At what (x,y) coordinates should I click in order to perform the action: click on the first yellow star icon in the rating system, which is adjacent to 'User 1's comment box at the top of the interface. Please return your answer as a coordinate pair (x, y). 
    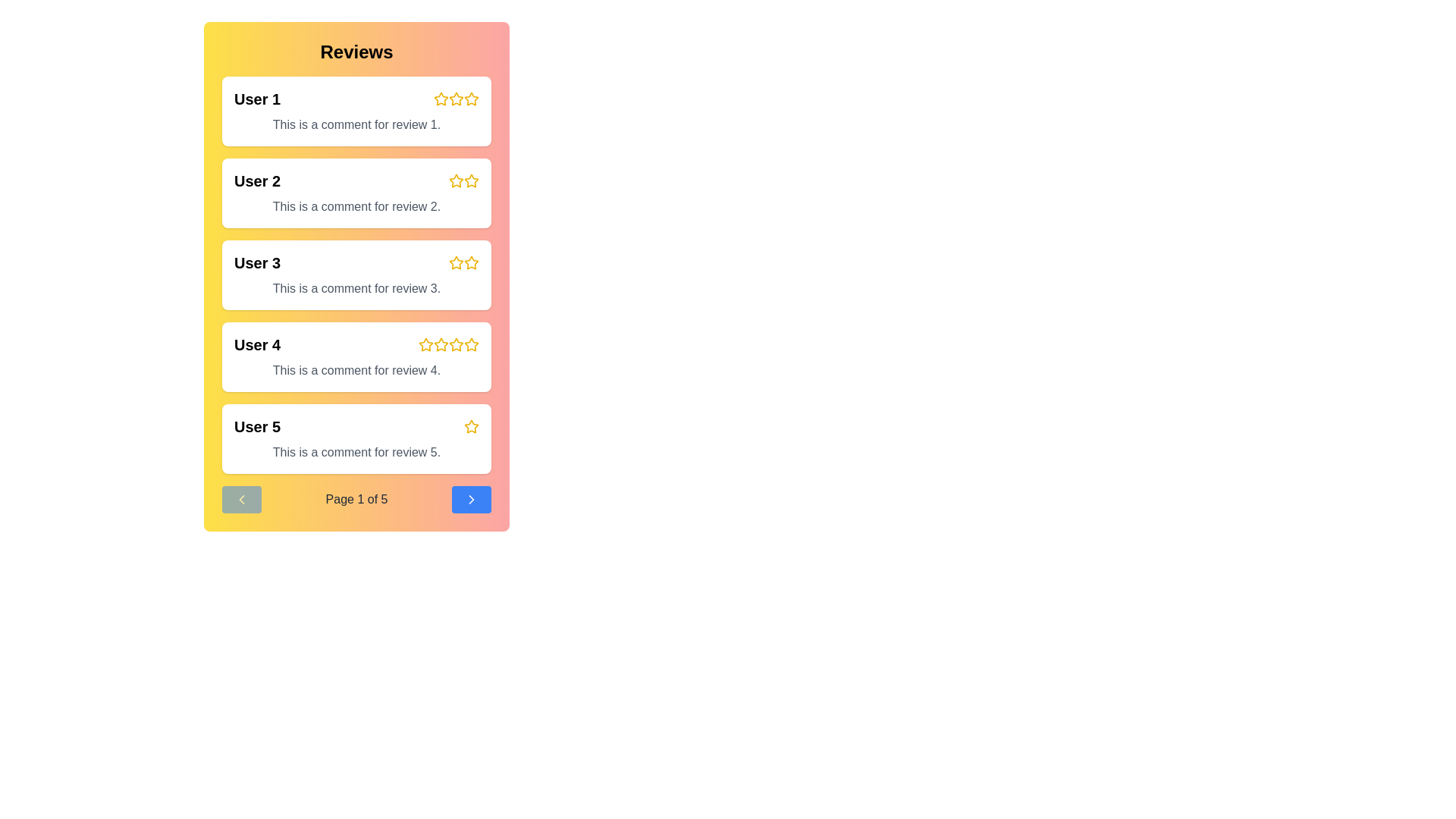
    Looking at the image, I should click on (455, 99).